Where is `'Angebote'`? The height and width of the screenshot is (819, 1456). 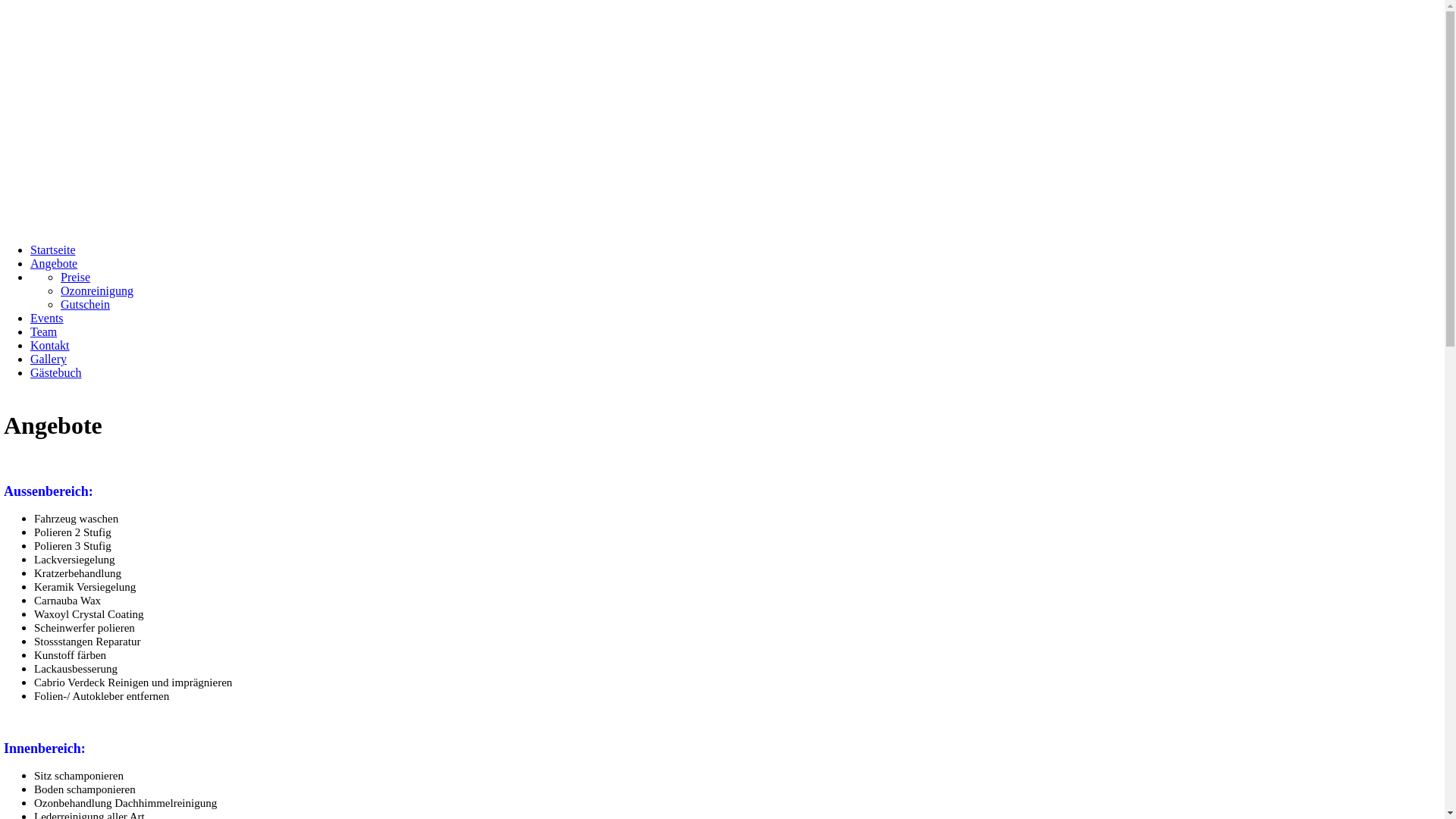
'Angebote' is located at coordinates (54, 262).